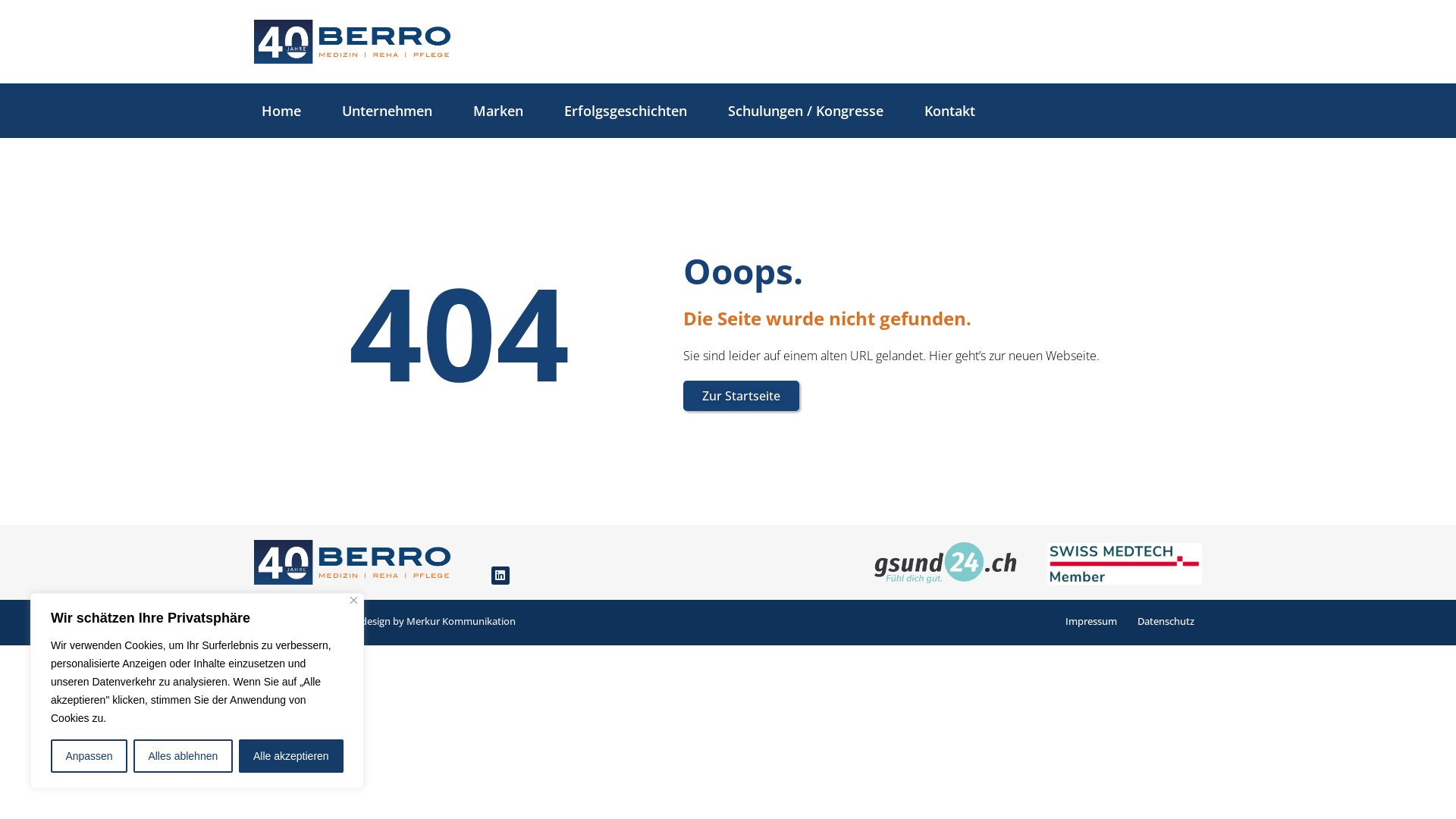  What do you see at coordinates (340, 620) in the screenshot?
I see `'Webdesign by Merkur Kommunikation'` at bounding box center [340, 620].